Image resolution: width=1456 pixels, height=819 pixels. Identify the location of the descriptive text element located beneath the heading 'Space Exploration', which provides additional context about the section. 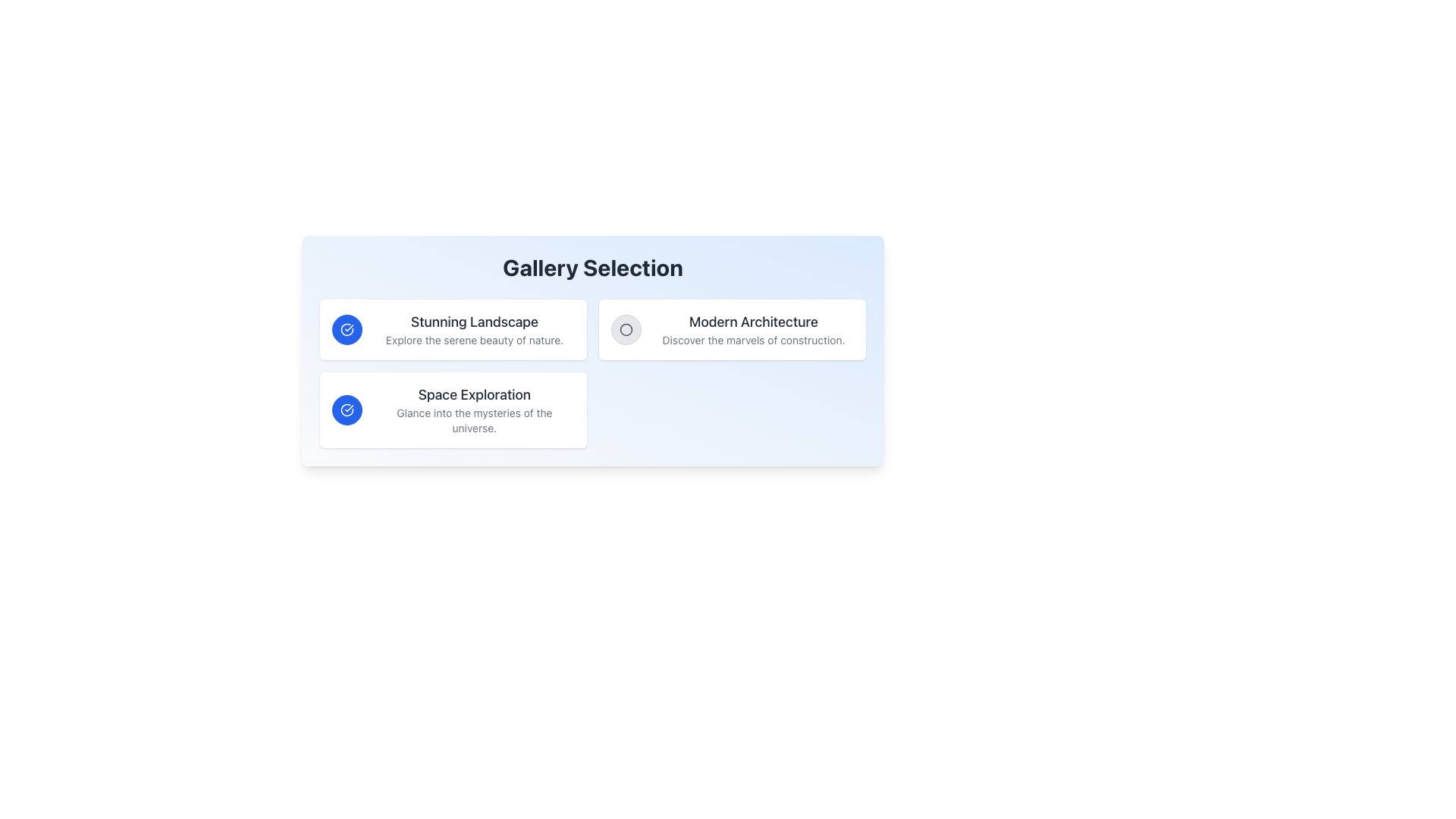
(473, 421).